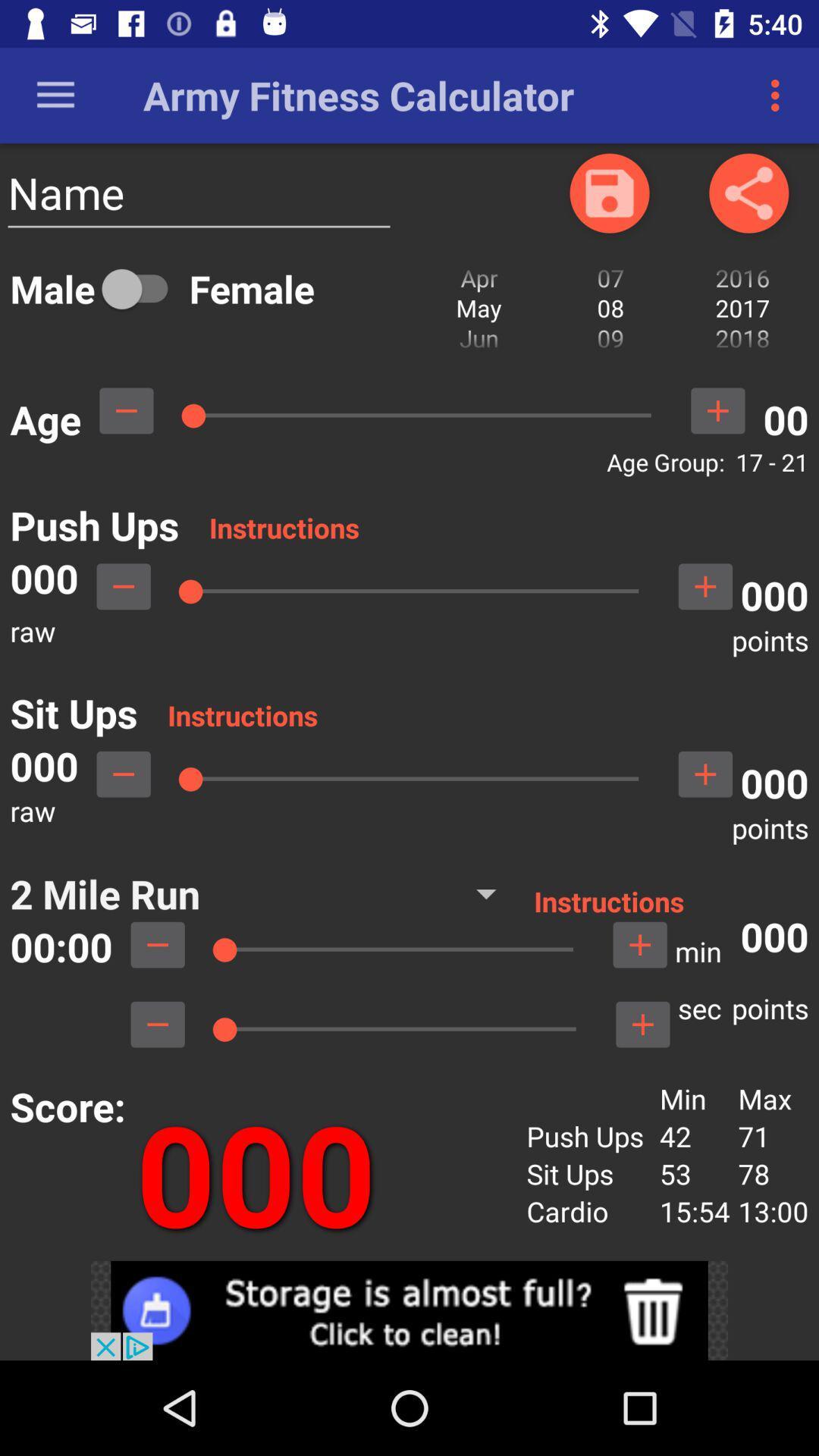  Describe the element at coordinates (608, 192) in the screenshot. I see `the save icon` at that location.